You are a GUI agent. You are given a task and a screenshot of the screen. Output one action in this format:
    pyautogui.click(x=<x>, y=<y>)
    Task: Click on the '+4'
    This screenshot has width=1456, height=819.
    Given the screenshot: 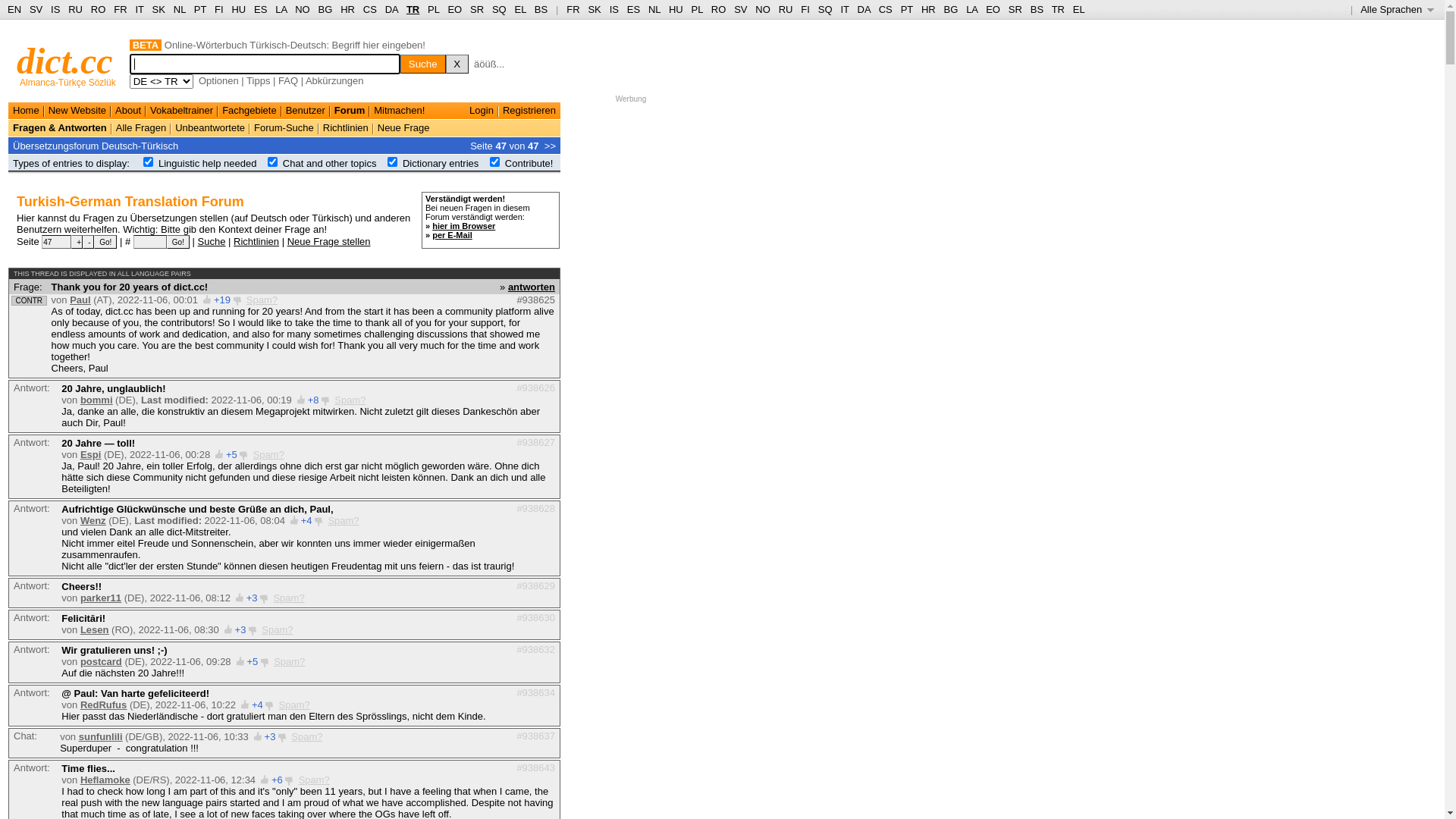 What is the action you would take?
    pyautogui.click(x=306, y=519)
    